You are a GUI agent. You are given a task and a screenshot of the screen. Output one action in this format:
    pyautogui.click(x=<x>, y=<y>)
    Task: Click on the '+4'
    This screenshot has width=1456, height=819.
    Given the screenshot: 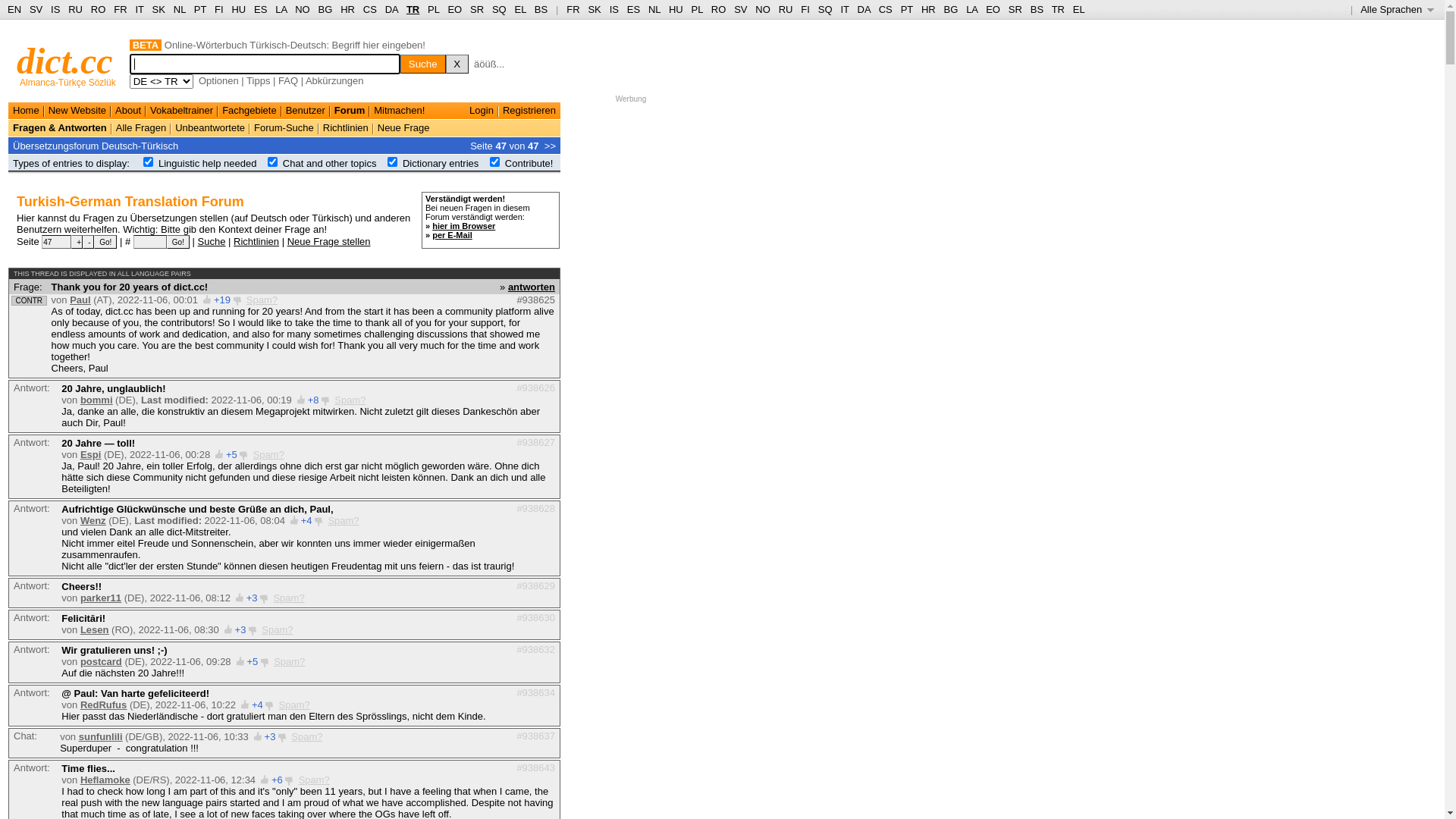 What is the action you would take?
    pyautogui.click(x=306, y=519)
    